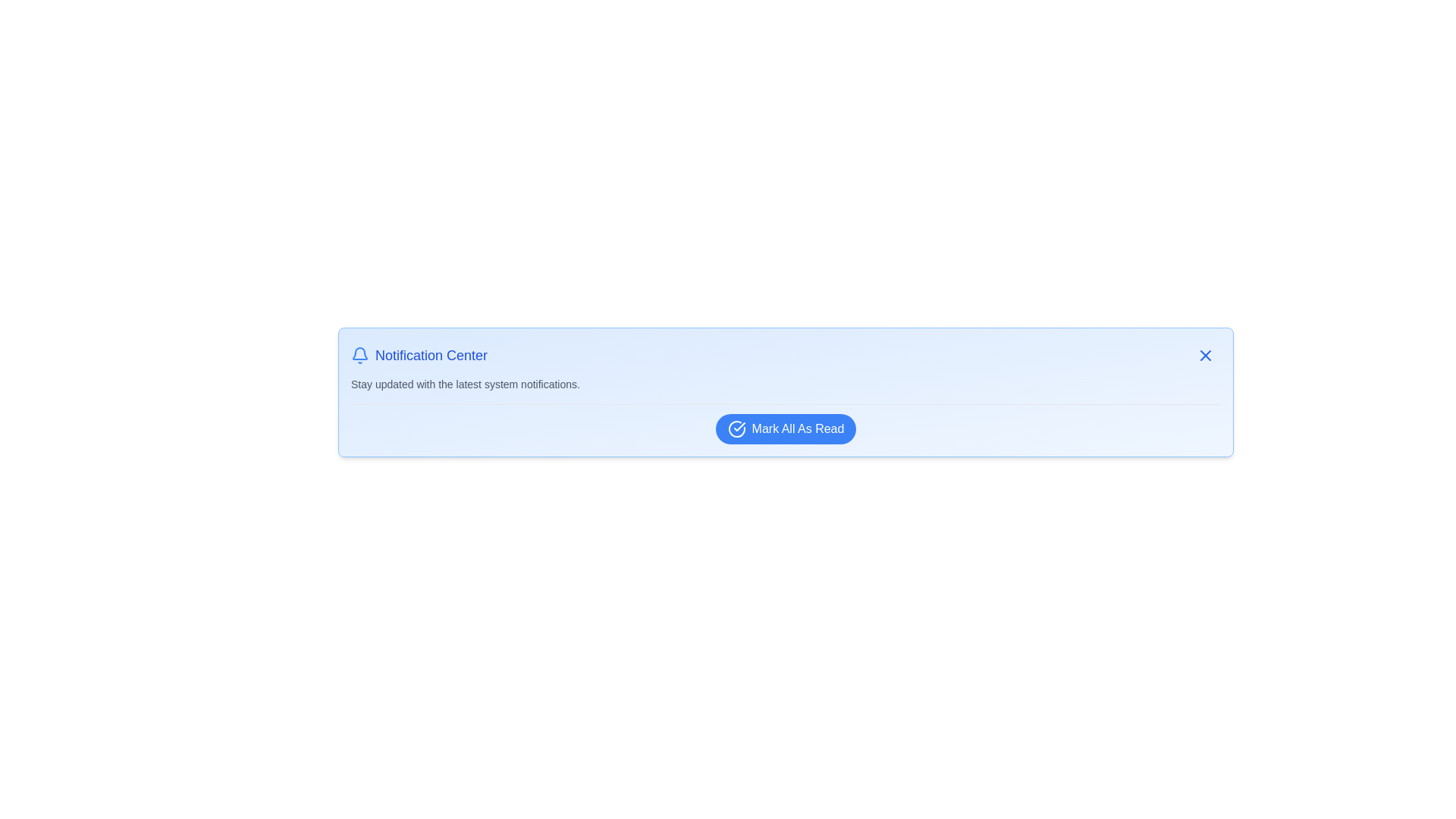 This screenshot has width=1456, height=819. Describe the element at coordinates (786, 429) in the screenshot. I see `the 'Mark All As Read' button in the Notification Center to mark notifications as read` at that location.